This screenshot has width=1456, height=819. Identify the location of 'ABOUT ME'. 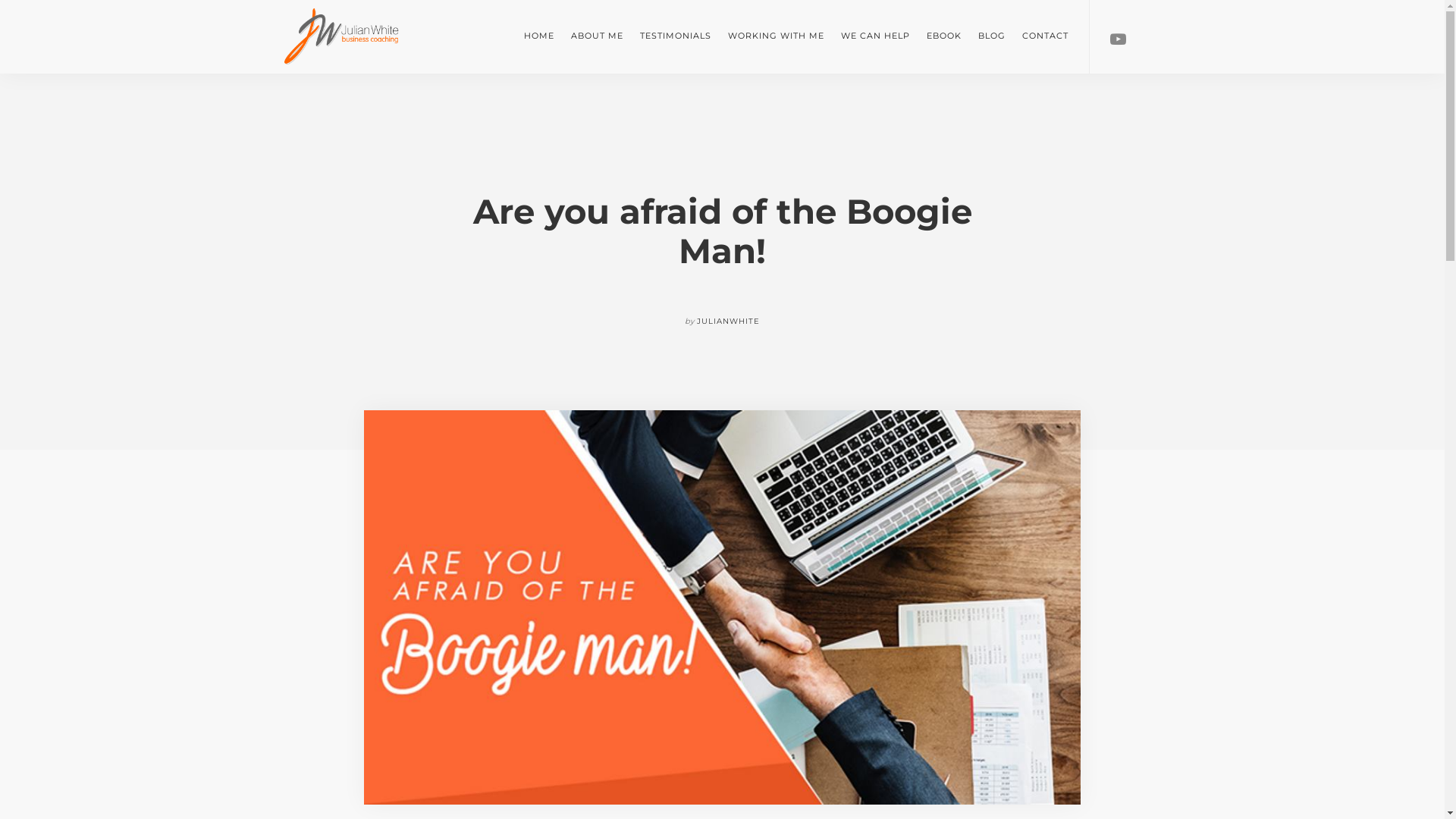
(596, 34).